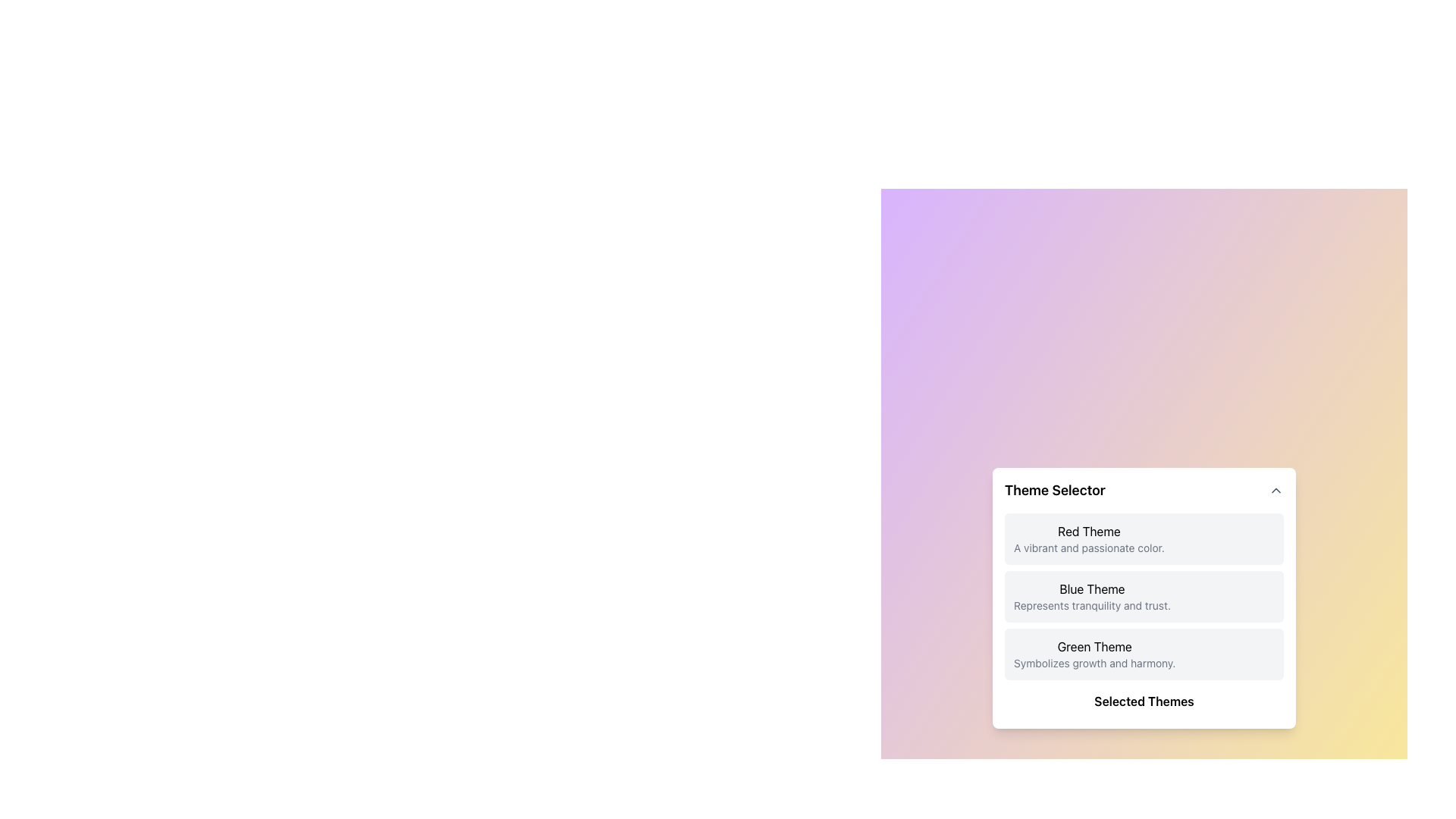 This screenshot has height=819, width=1456. What do you see at coordinates (1094, 646) in the screenshot?
I see `the text label indicating the theme option in the 'Theme Selector' interface, which is positioned above the description text 'Symbolizes growth and harmony'` at bounding box center [1094, 646].